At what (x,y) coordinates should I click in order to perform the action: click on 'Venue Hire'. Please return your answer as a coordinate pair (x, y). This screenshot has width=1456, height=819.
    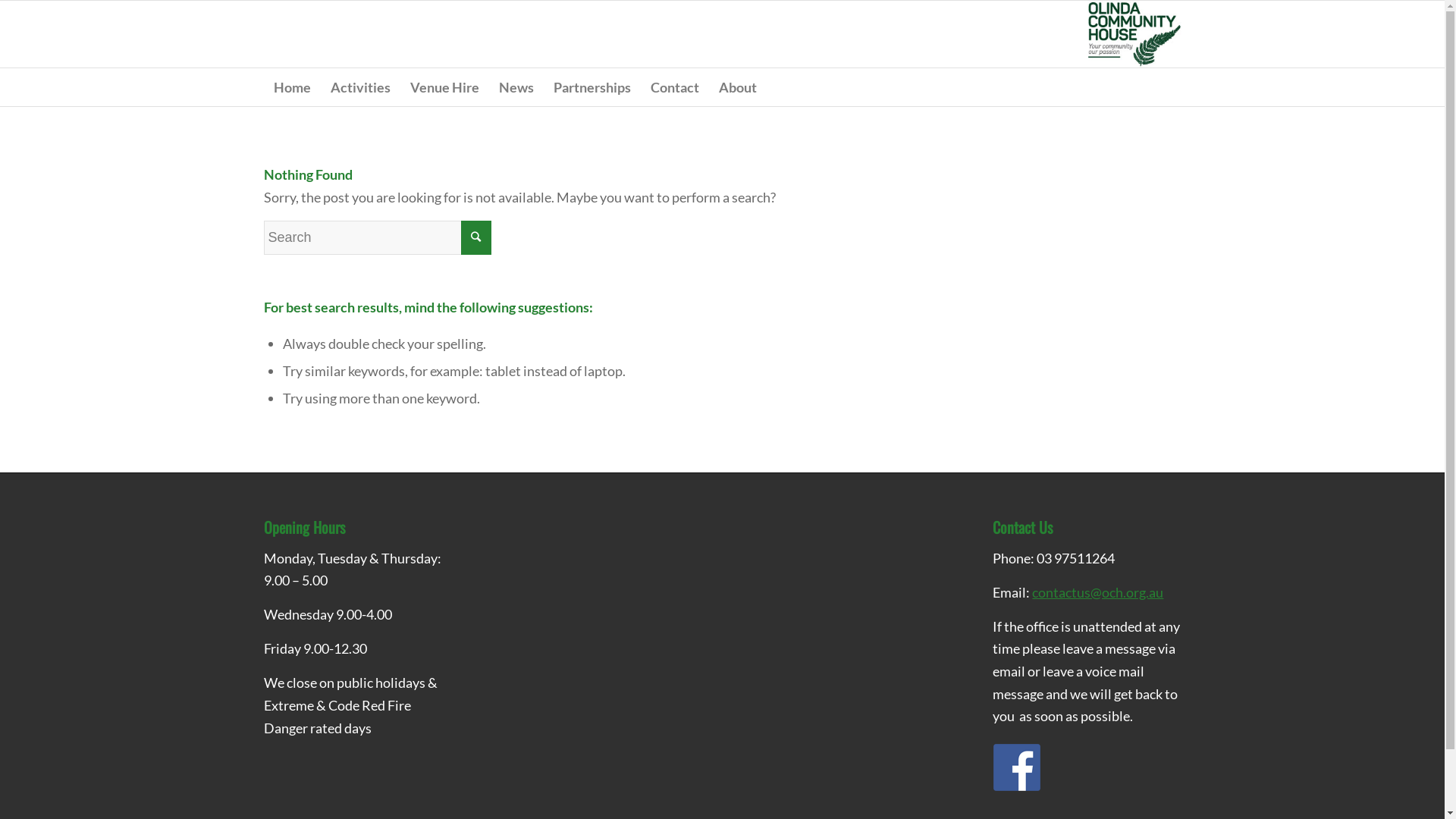
    Looking at the image, I should click on (444, 87).